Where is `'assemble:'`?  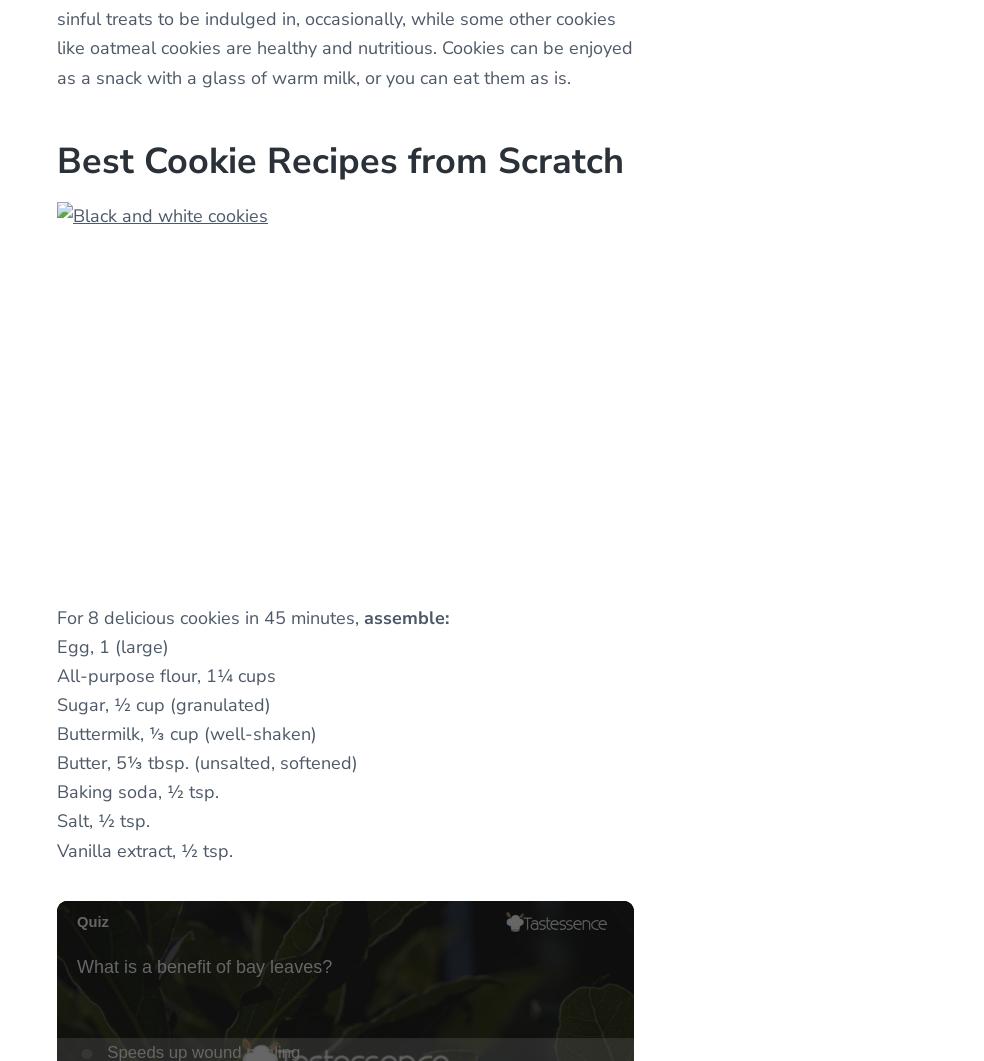 'assemble:' is located at coordinates (406, 615).